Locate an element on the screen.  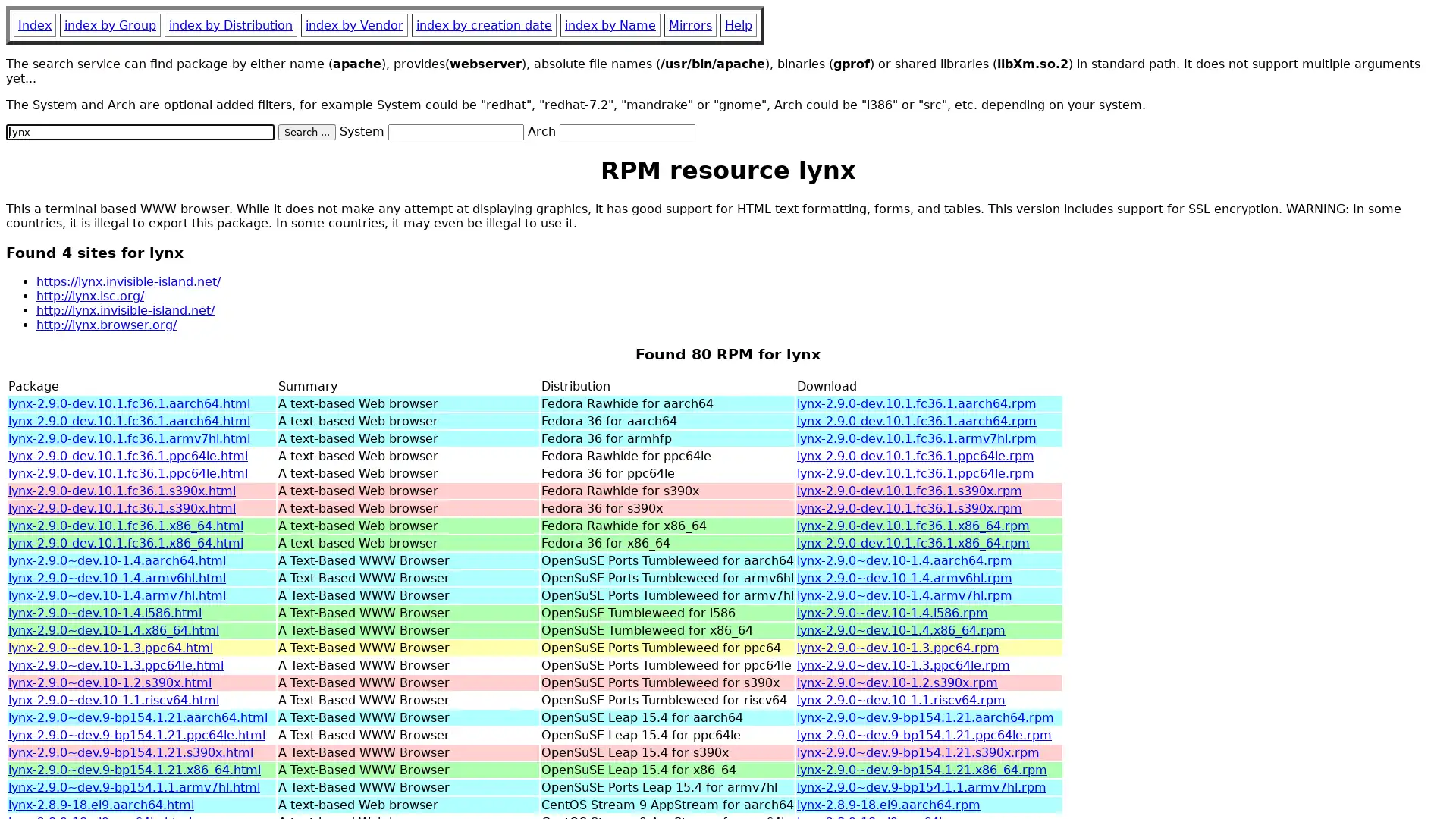
Search ... is located at coordinates (306, 131).